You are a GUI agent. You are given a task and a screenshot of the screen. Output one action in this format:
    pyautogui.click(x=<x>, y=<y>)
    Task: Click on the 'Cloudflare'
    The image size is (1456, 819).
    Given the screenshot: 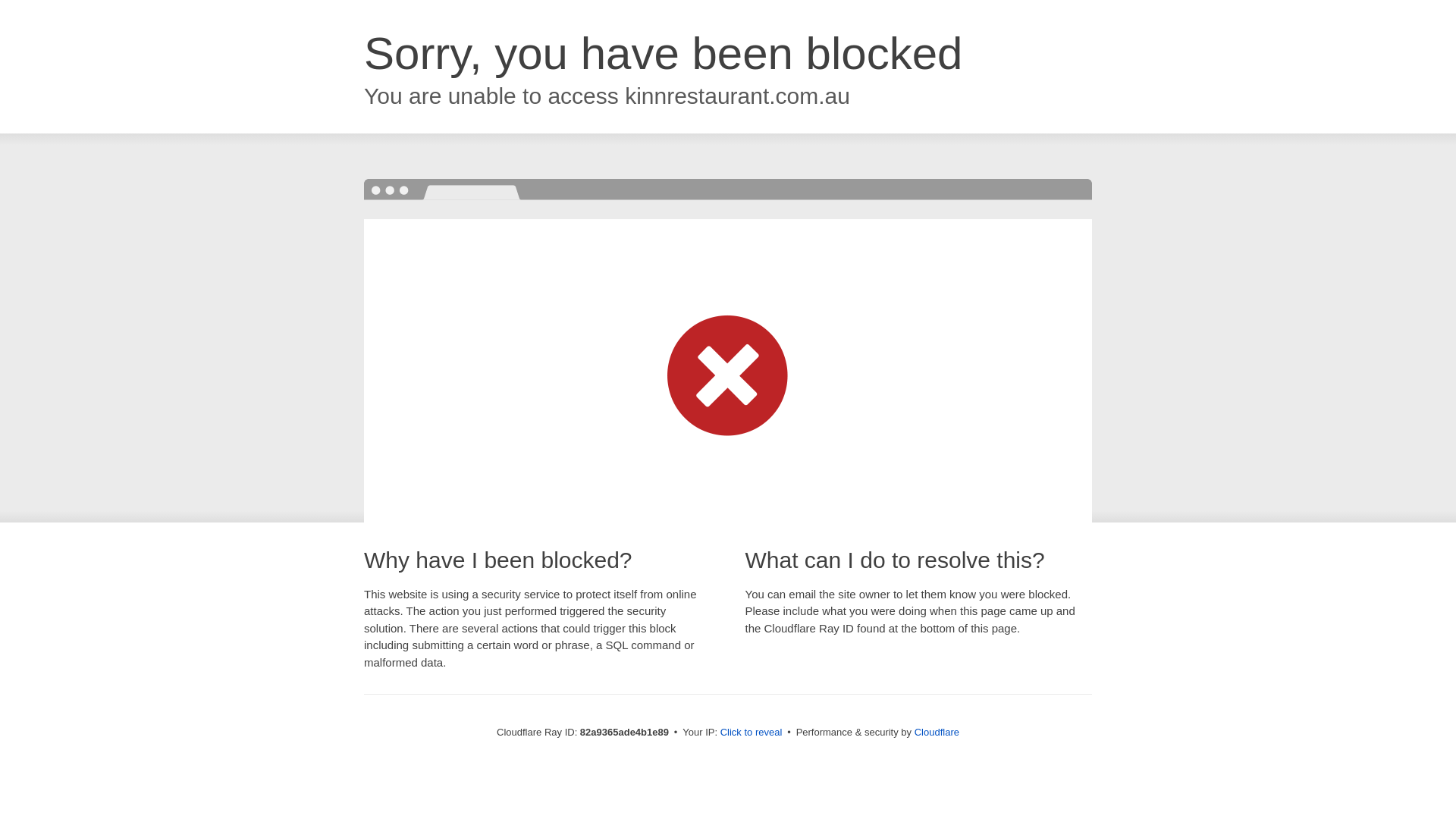 What is the action you would take?
    pyautogui.click(x=913, y=731)
    